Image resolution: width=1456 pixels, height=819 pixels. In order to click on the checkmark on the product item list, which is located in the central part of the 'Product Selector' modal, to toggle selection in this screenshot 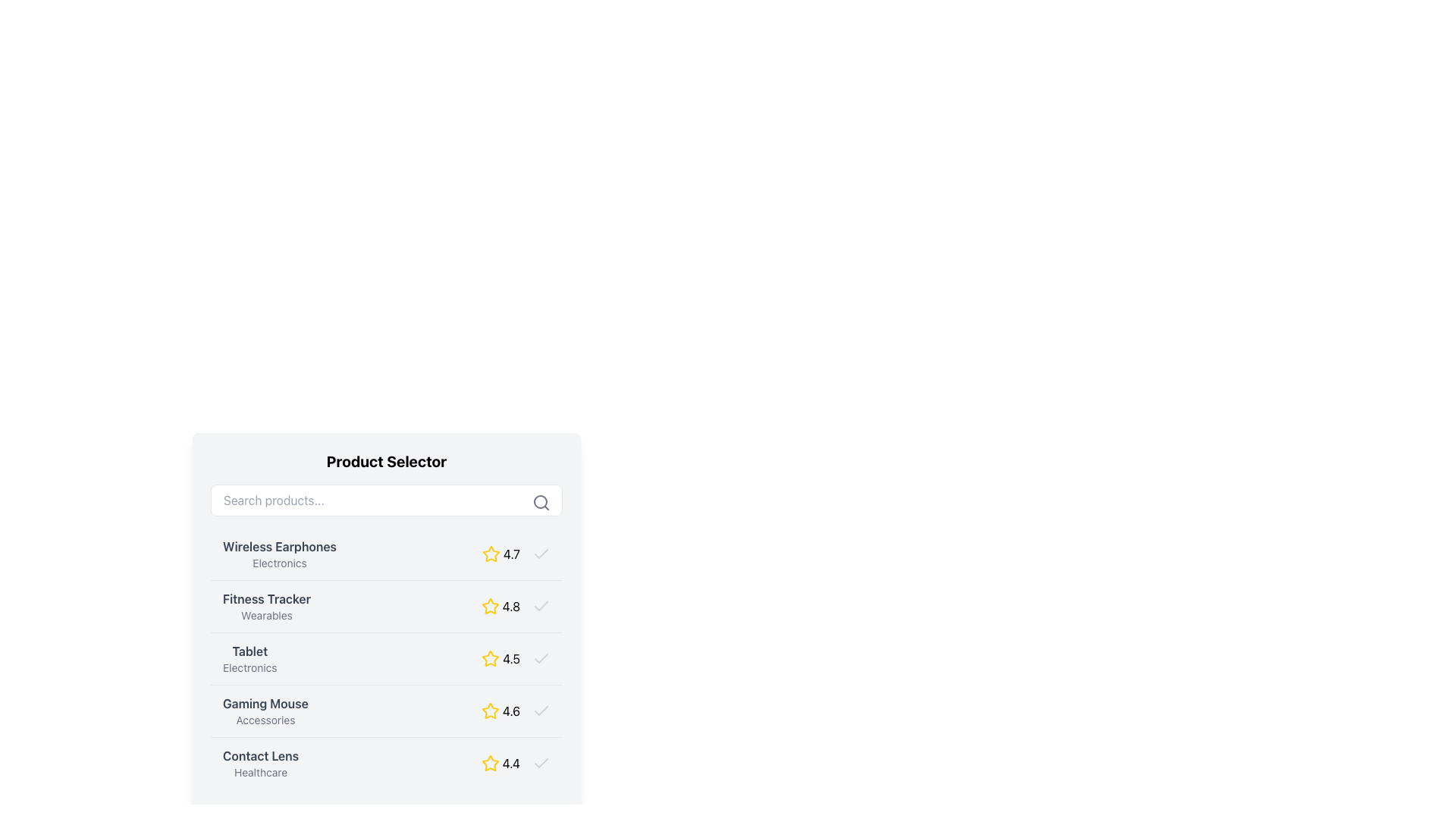, I will do `click(386, 657)`.